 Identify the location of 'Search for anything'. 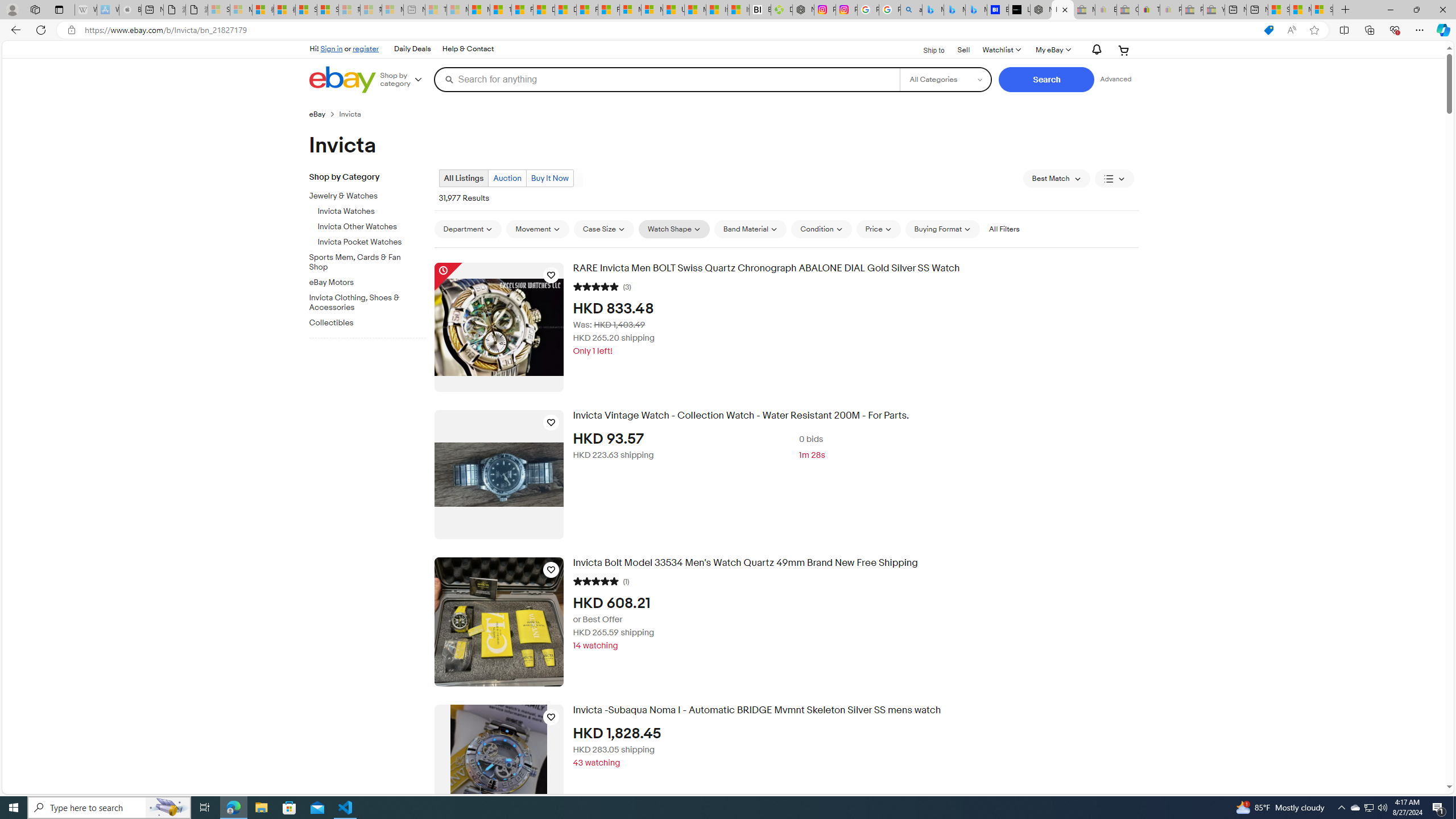
(666, 78).